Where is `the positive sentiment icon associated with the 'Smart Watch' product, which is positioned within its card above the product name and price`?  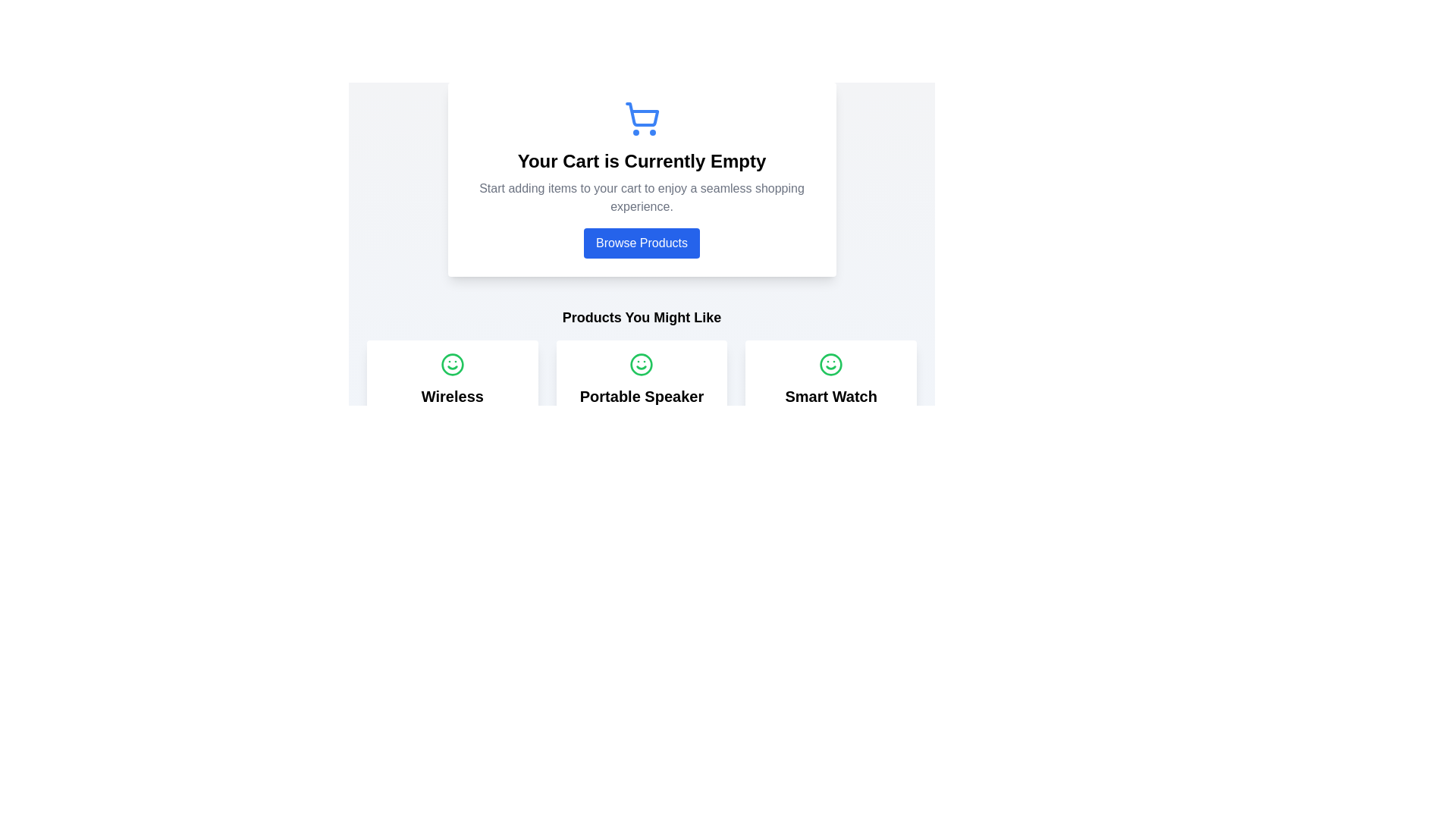 the positive sentiment icon associated with the 'Smart Watch' product, which is positioned within its card above the product name and price is located at coordinates (830, 365).